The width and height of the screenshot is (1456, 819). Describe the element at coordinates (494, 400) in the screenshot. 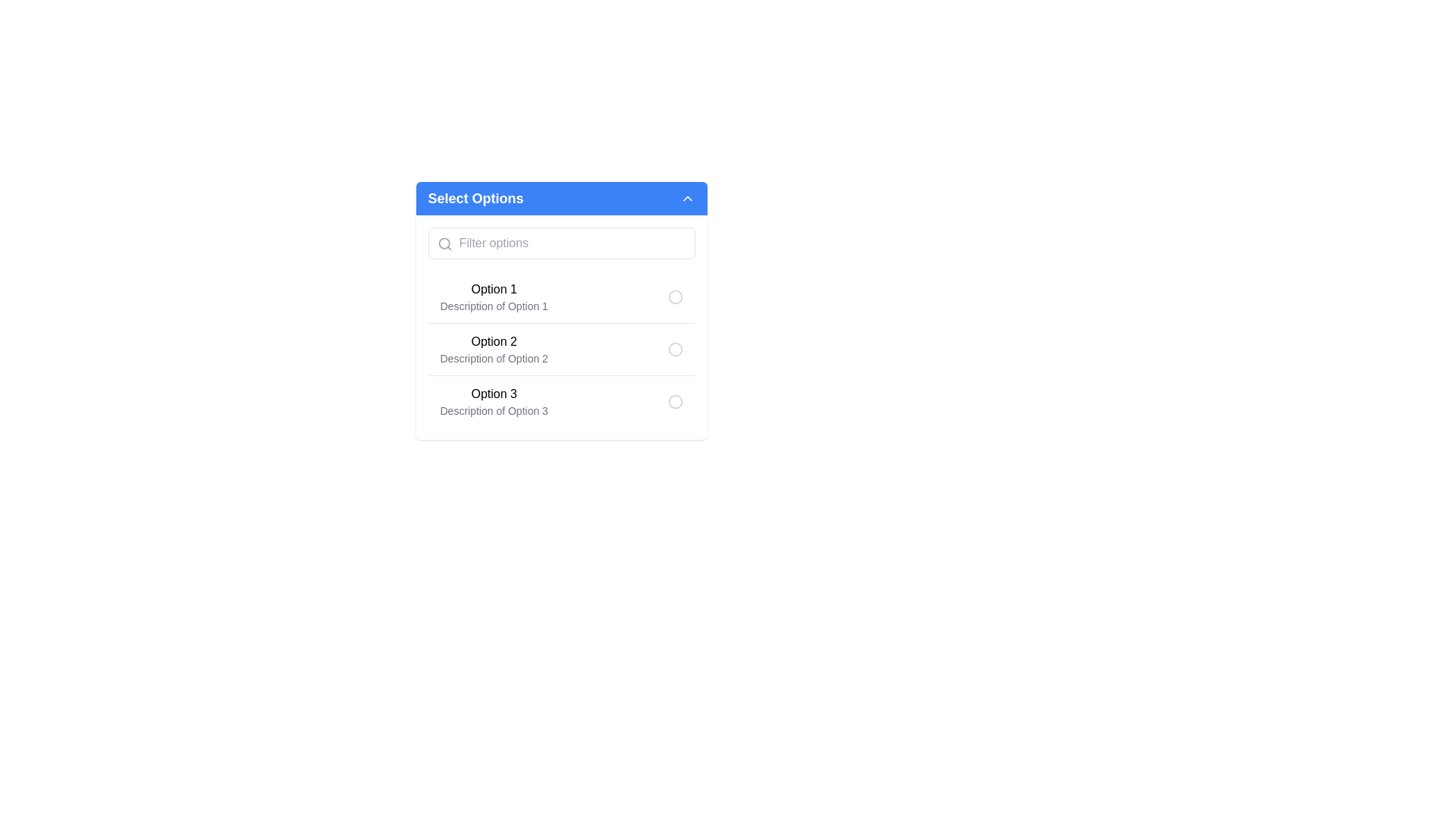

I see `the selectable list item labeled 'Option 3' in the dropdown menu` at that location.